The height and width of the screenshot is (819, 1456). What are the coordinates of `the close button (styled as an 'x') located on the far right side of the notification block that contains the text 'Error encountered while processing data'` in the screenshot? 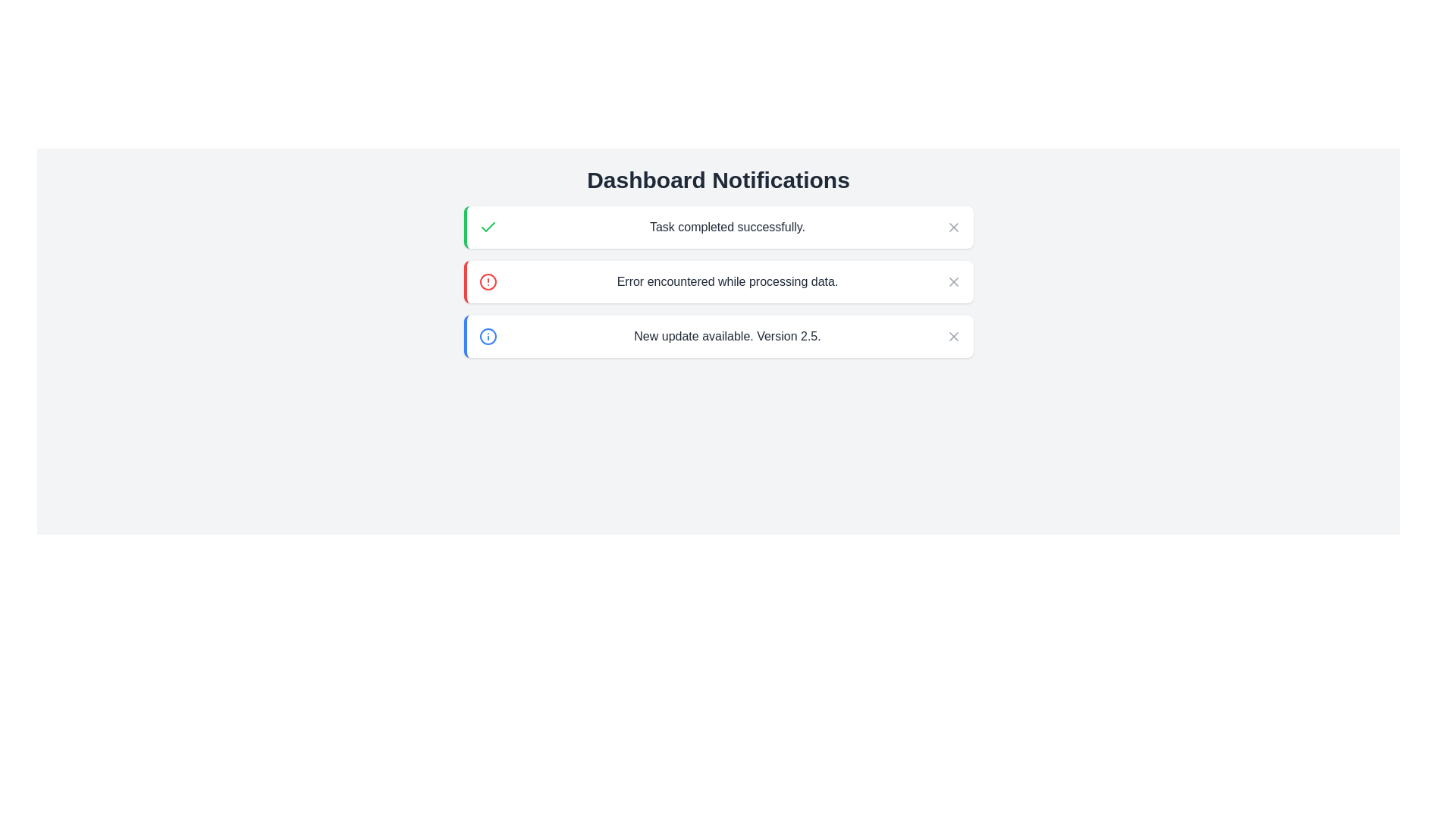 It's located at (952, 281).